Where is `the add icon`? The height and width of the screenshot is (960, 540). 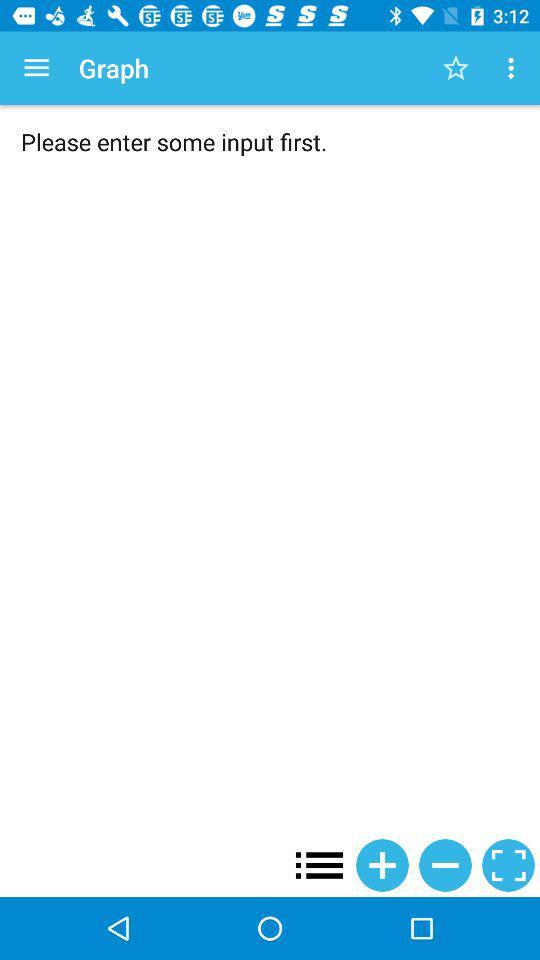 the add icon is located at coordinates (382, 864).